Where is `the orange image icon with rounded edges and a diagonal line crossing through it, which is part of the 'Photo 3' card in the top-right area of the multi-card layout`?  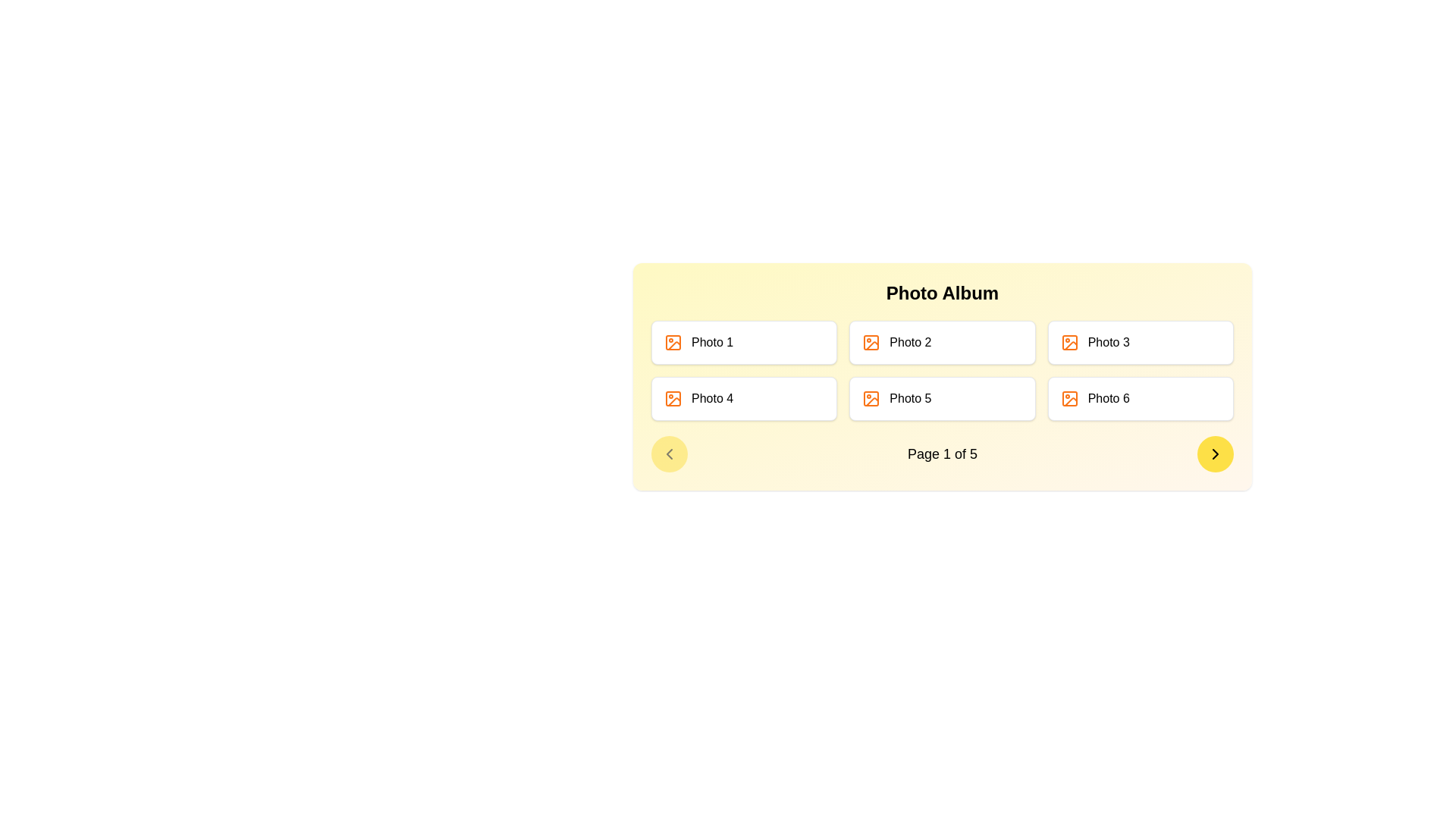
the orange image icon with rounded edges and a diagonal line crossing through it, which is part of the 'Photo 3' card in the top-right area of the multi-card layout is located at coordinates (1068, 342).